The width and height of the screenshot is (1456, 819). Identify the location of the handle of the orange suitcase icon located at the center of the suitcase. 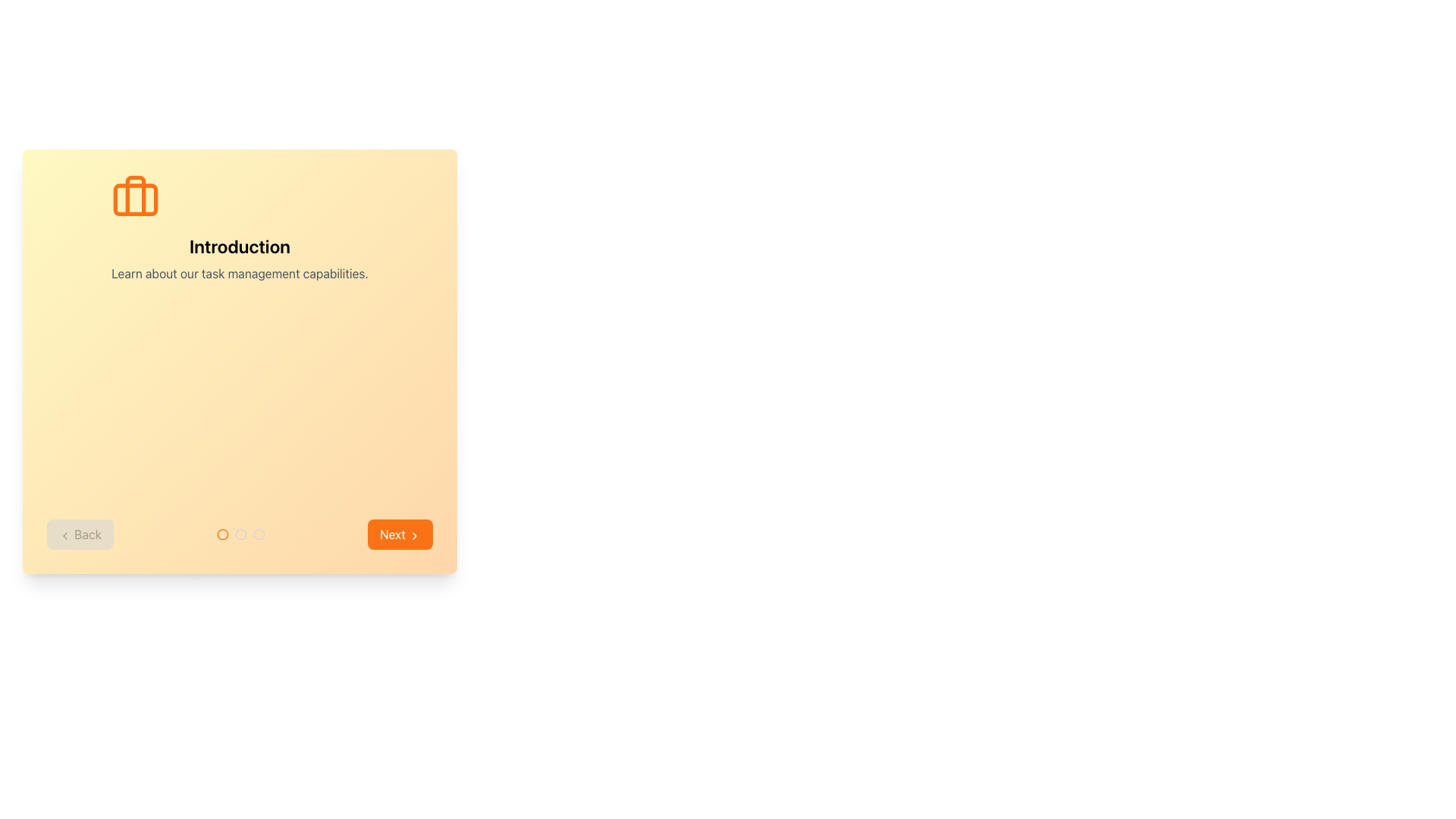
(136, 195).